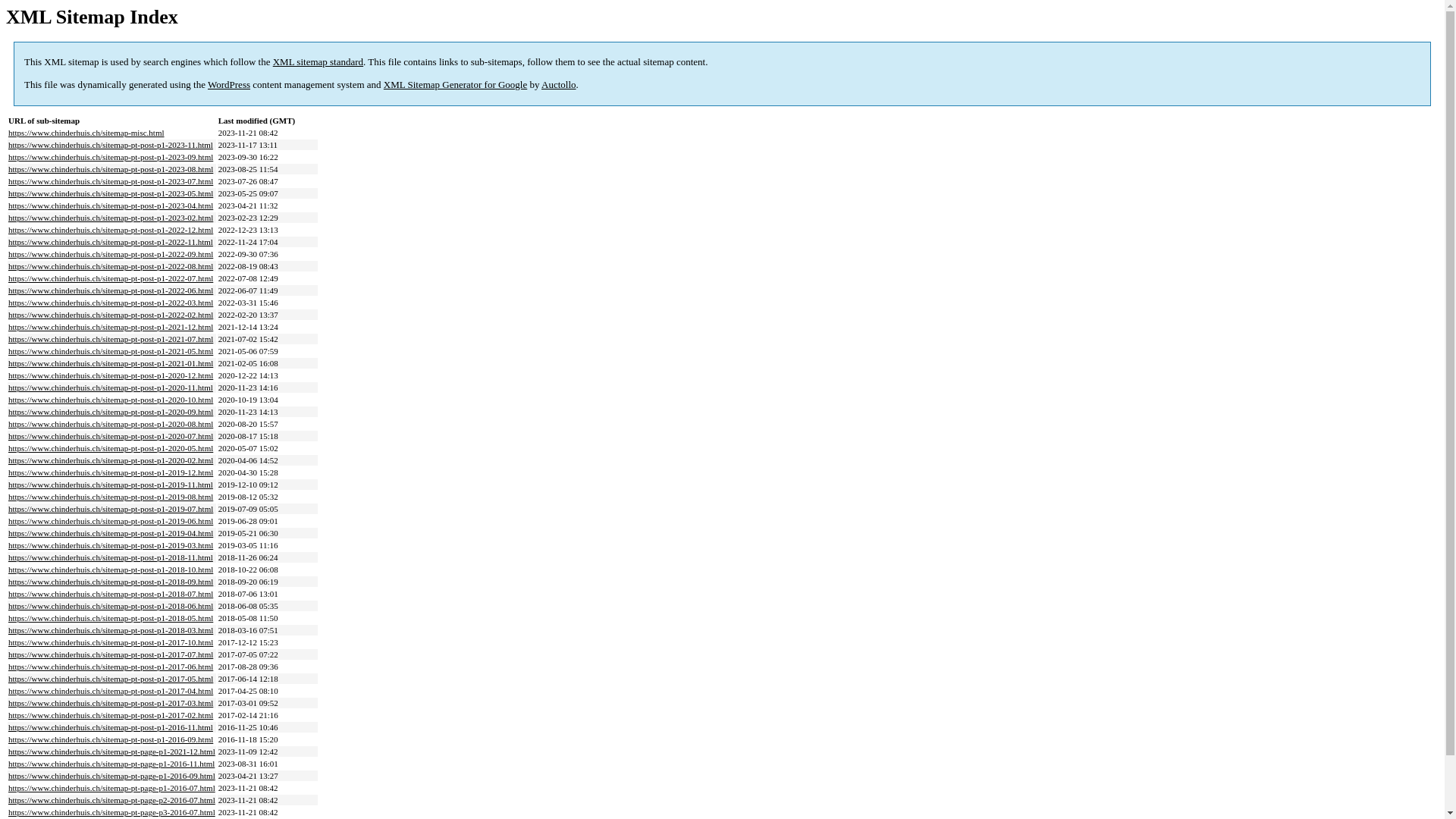 The image size is (1456, 819). Describe the element at coordinates (109, 192) in the screenshot. I see `'https://www.chinderhuis.ch/sitemap-pt-post-p1-2023-05.html'` at that location.